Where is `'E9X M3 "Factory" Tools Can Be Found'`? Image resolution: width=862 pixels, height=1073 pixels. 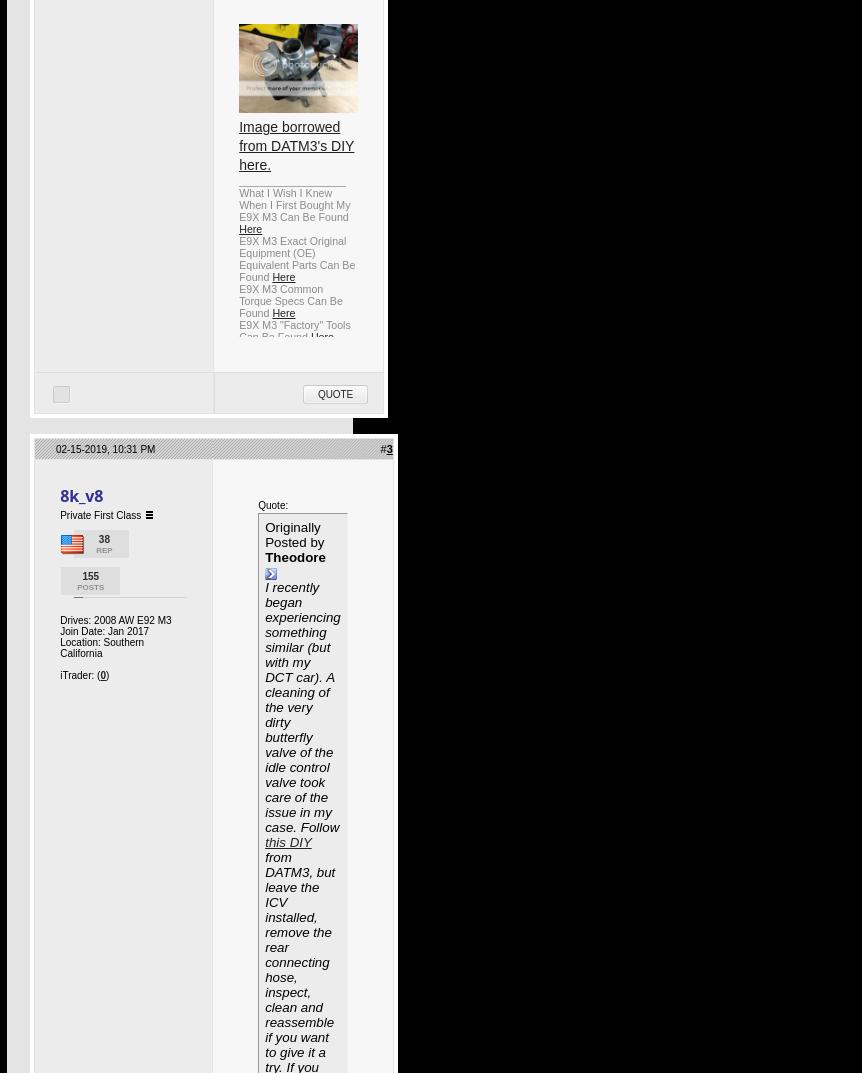 'E9X M3 "Factory" Tools Can Be Found' is located at coordinates (294, 331).